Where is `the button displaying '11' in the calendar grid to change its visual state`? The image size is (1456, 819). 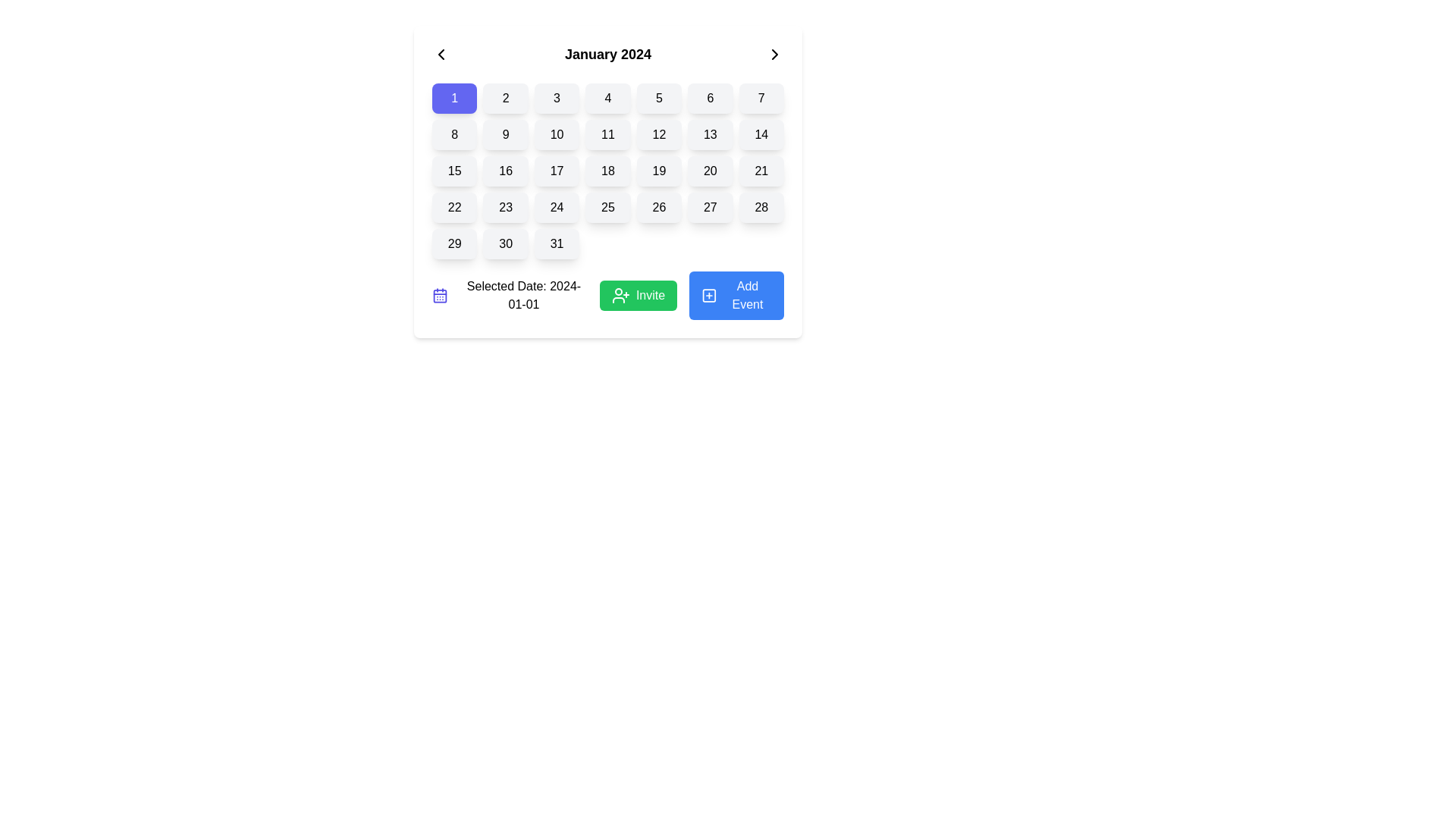 the button displaying '11' in the calendar grid to change its visual state is located at coordinates (607, 133).